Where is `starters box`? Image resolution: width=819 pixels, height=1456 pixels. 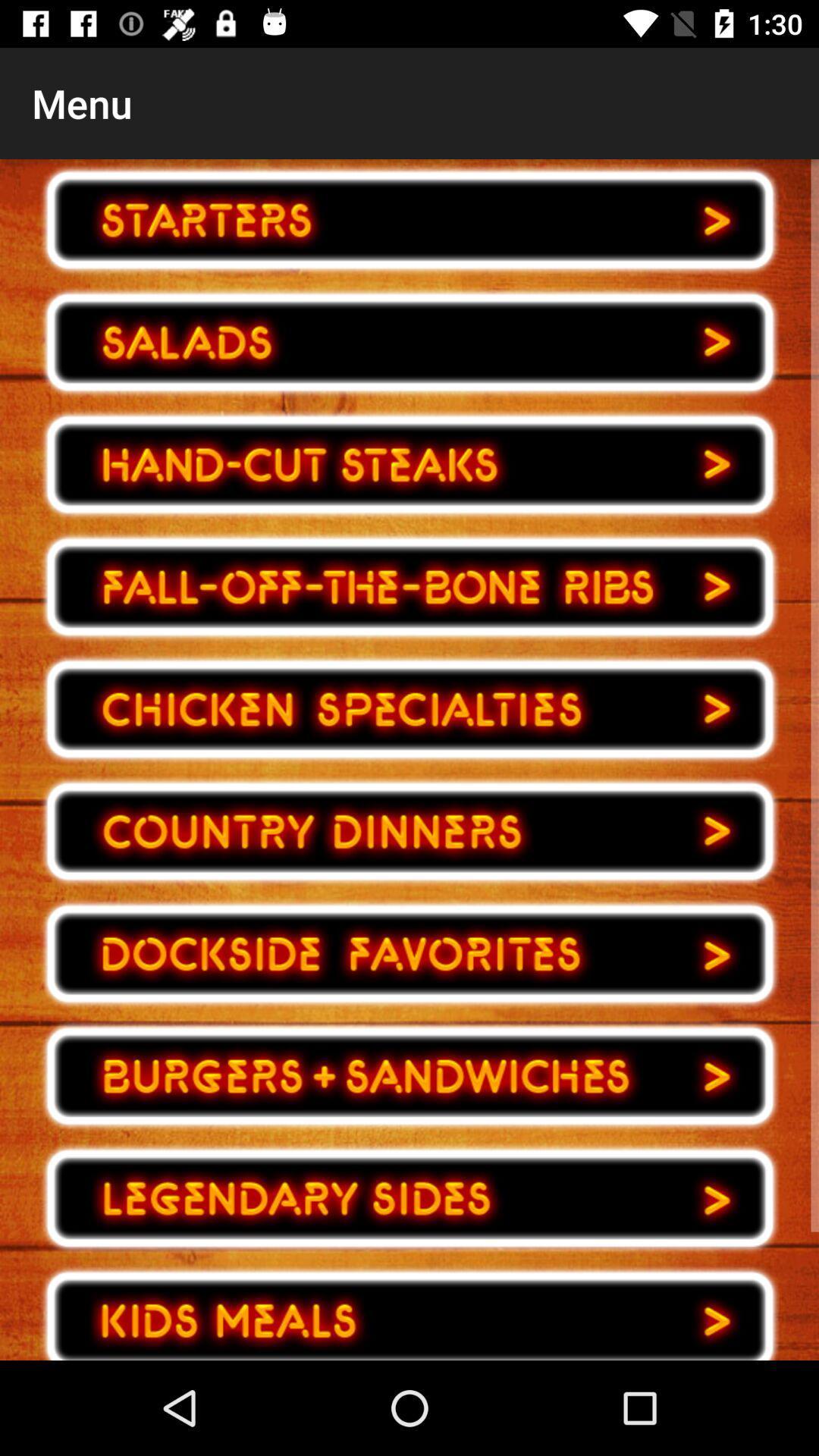 starters box is located at coordinates (409, 219).